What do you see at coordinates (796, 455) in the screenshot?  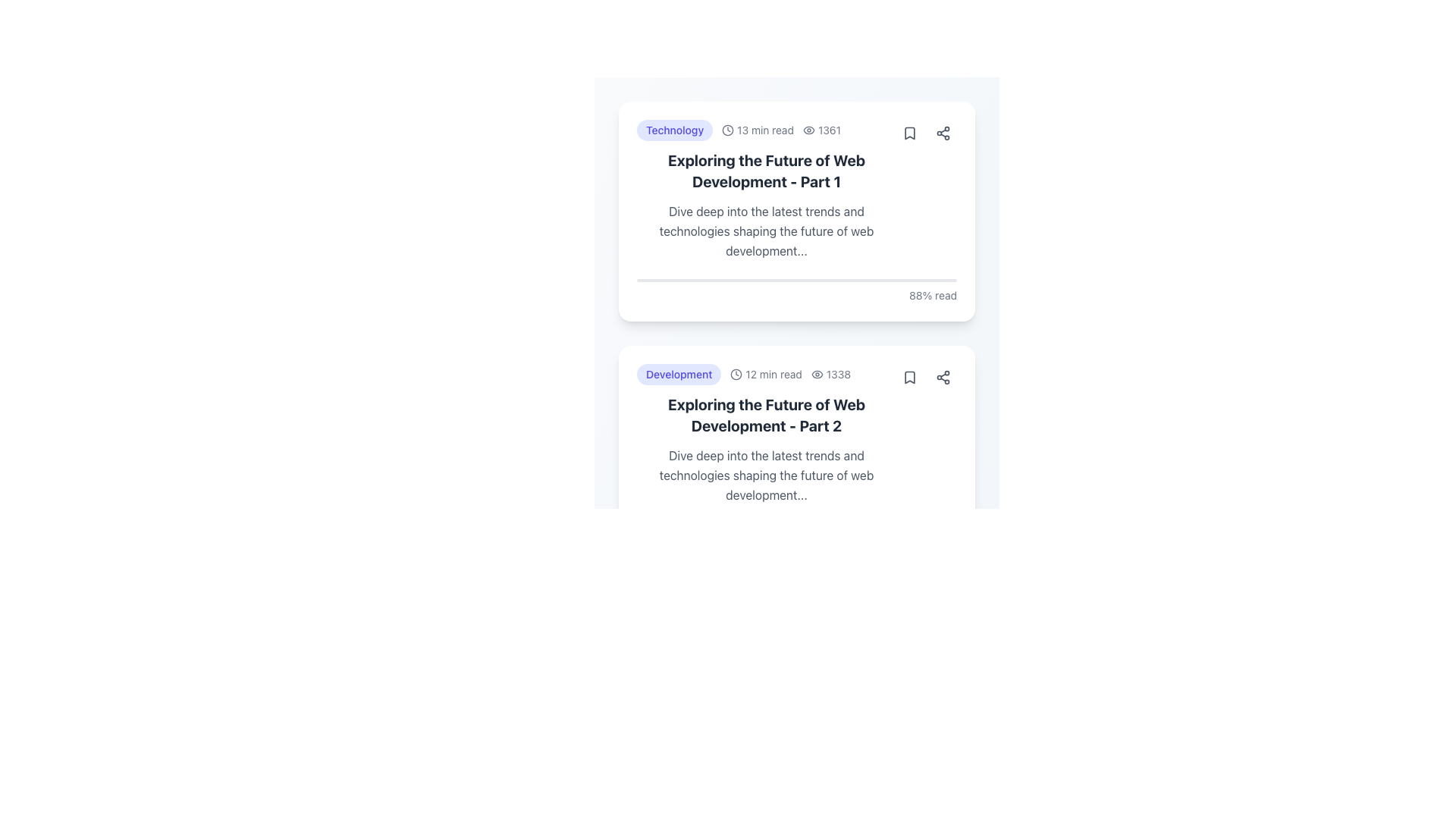 I see `the second card component` at bounding box center [796, 455].